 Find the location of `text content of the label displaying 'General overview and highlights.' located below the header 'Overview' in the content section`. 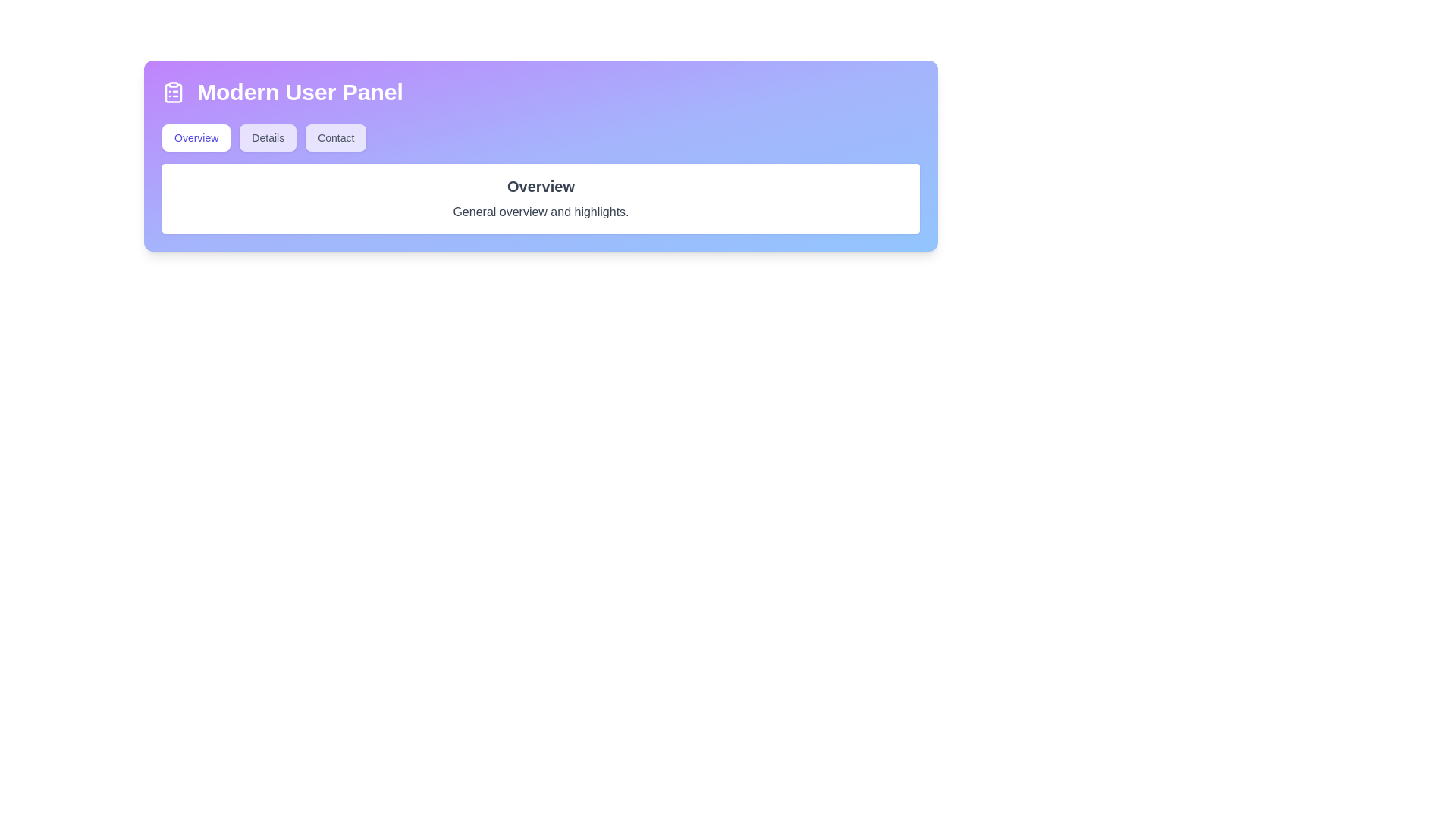

text content of the label displaying 'General overview and highlights.' located below the header 'Overview' in the content section is located at coordinates (541, 212).